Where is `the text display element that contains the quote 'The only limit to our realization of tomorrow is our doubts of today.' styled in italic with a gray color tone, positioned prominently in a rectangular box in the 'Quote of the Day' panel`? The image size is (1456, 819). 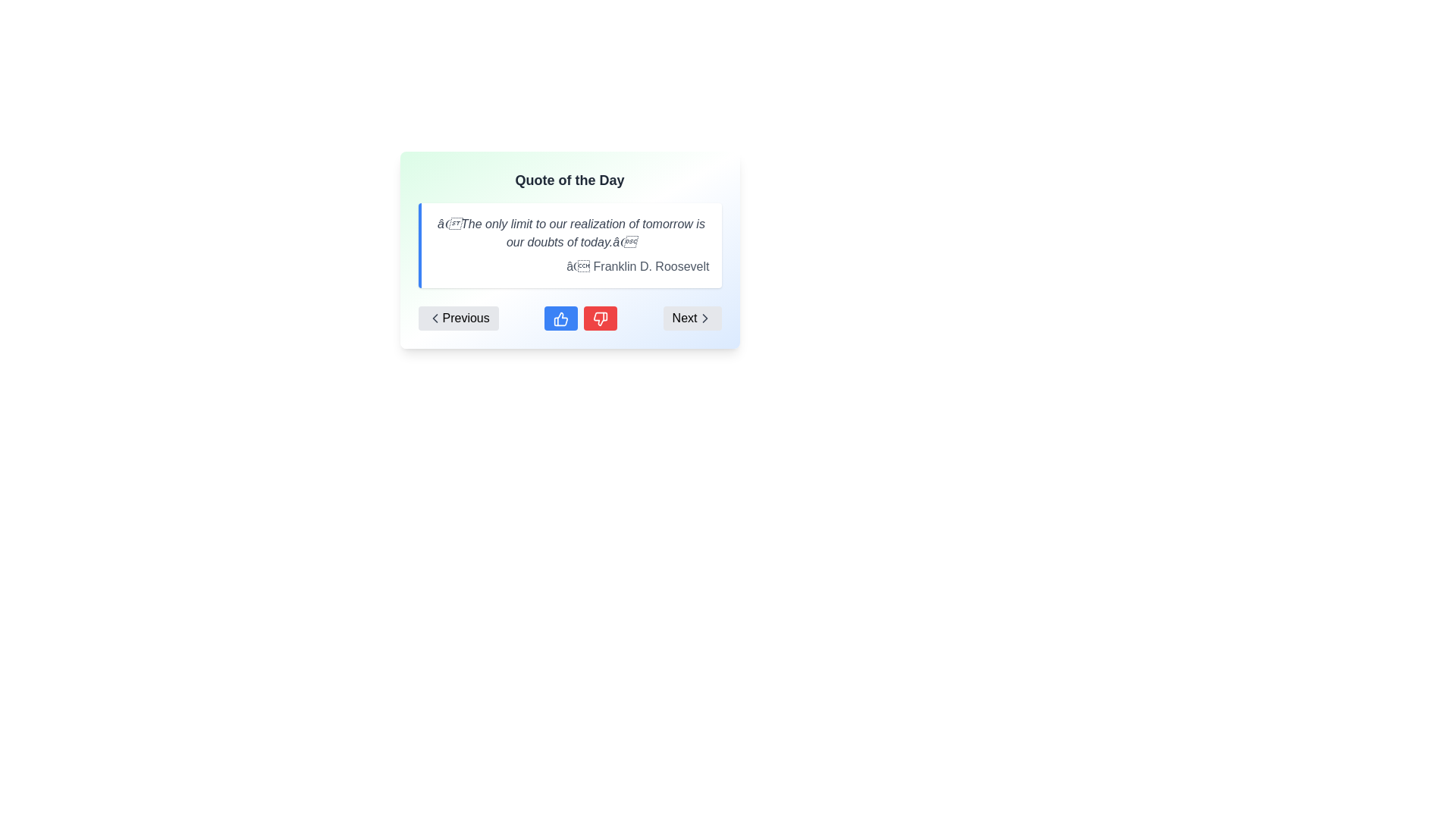
the text display element that contains the quote 'The only limit to our realization of tomorrow is our doubts of today.' styled in italic with a gray color tone, positioned prominently in a rectangular box in the 'Quote of the Day' panel is located at coordinates (570, 234).